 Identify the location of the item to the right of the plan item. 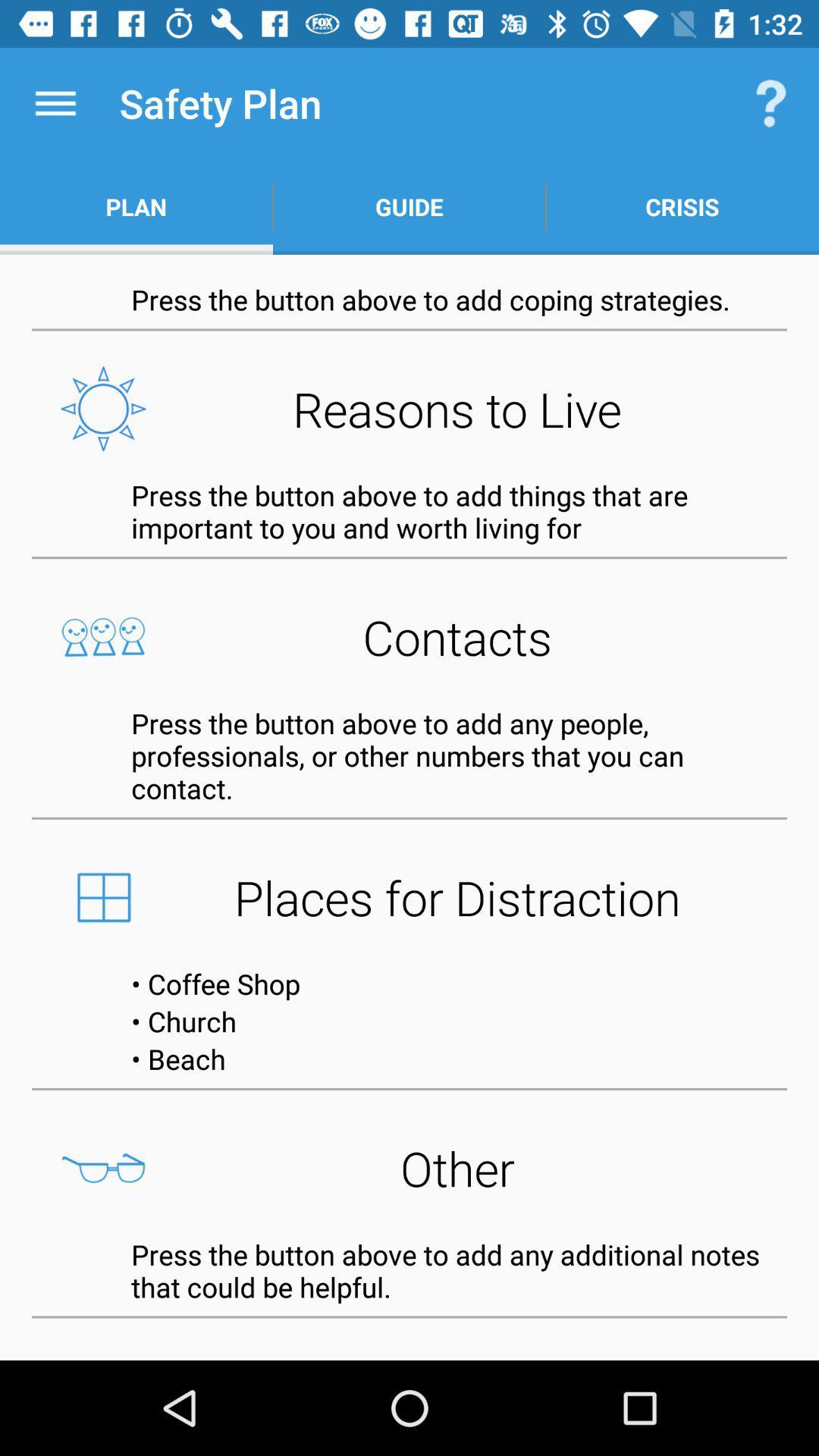
(409, 206).